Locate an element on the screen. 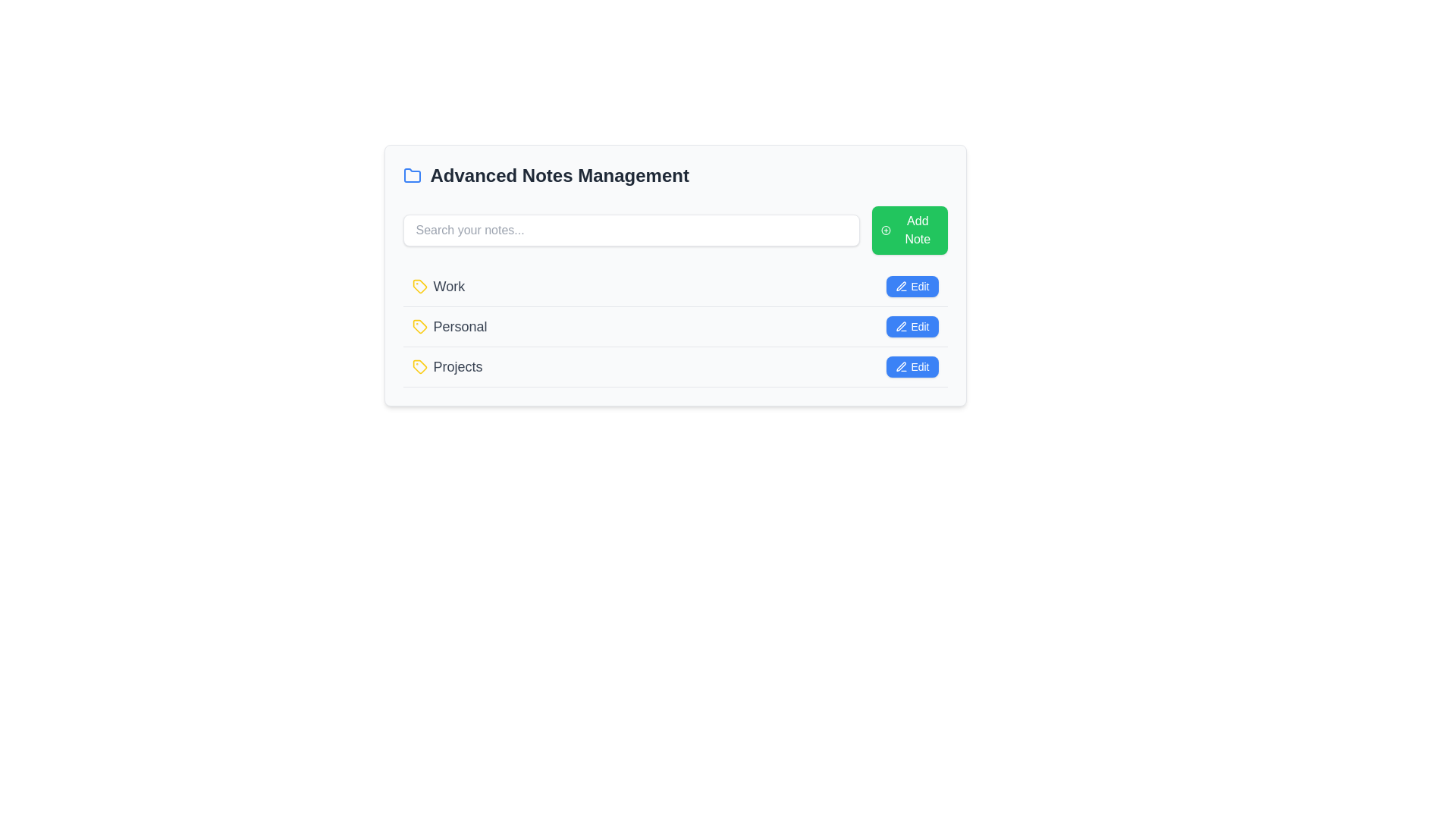  the decorative icon located to the left of the 'Edit' button in the vertical list of items is located at coordinates (902, 286).